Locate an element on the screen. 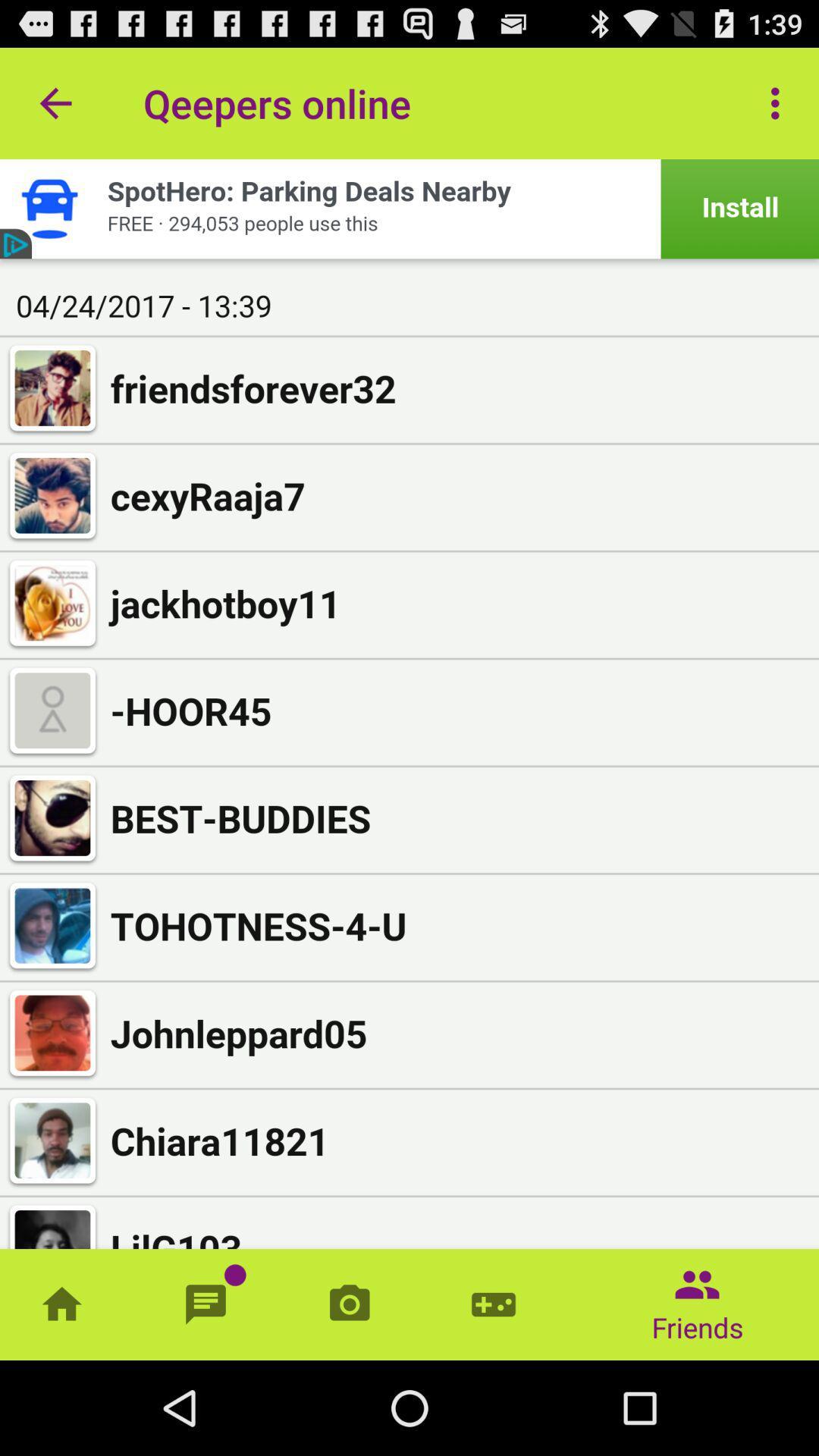 The height and width of the screenshot is (1456, 819). the add link is located at coordinates (409, 208).